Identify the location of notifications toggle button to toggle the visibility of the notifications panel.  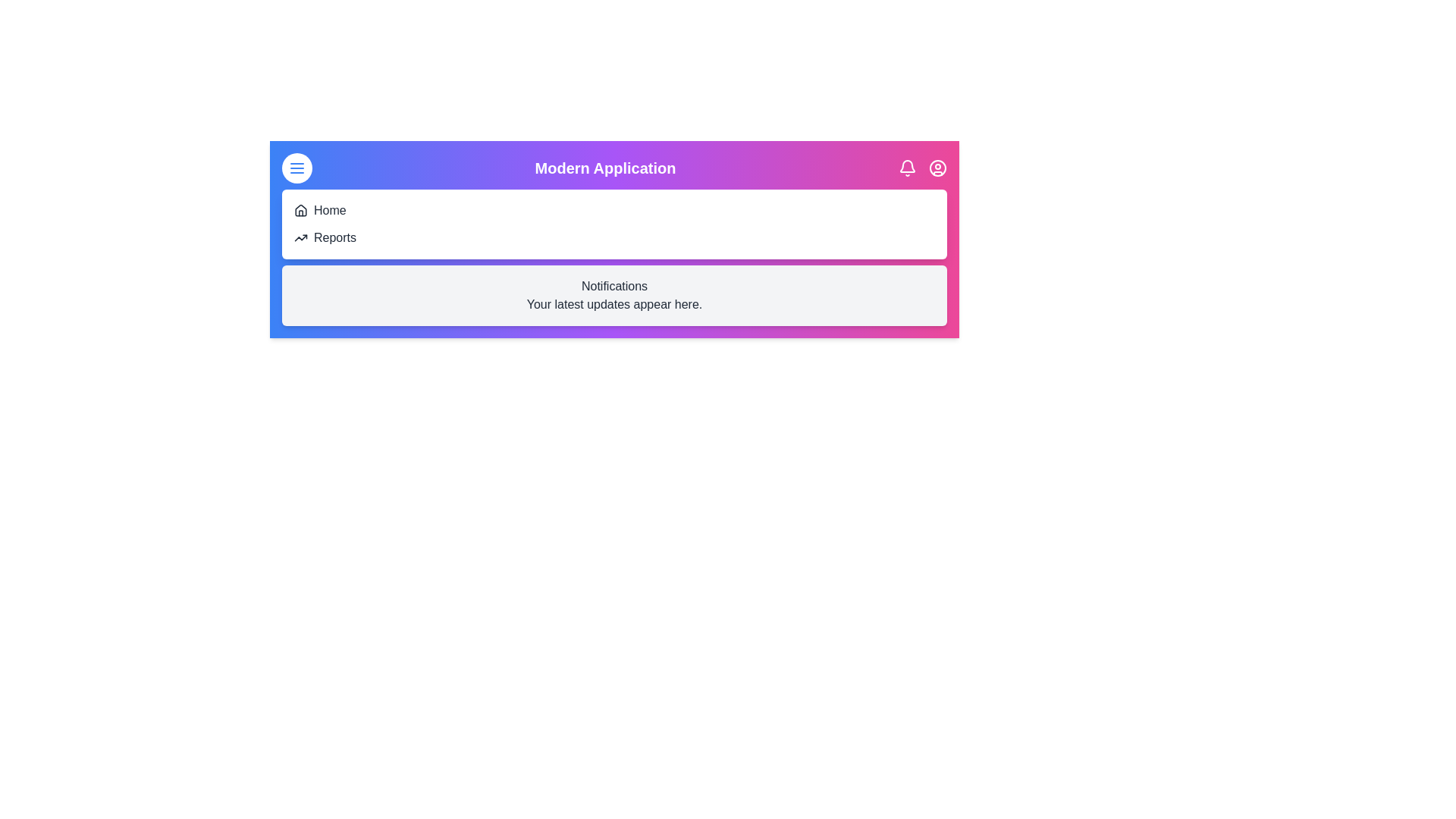
(907, 168).